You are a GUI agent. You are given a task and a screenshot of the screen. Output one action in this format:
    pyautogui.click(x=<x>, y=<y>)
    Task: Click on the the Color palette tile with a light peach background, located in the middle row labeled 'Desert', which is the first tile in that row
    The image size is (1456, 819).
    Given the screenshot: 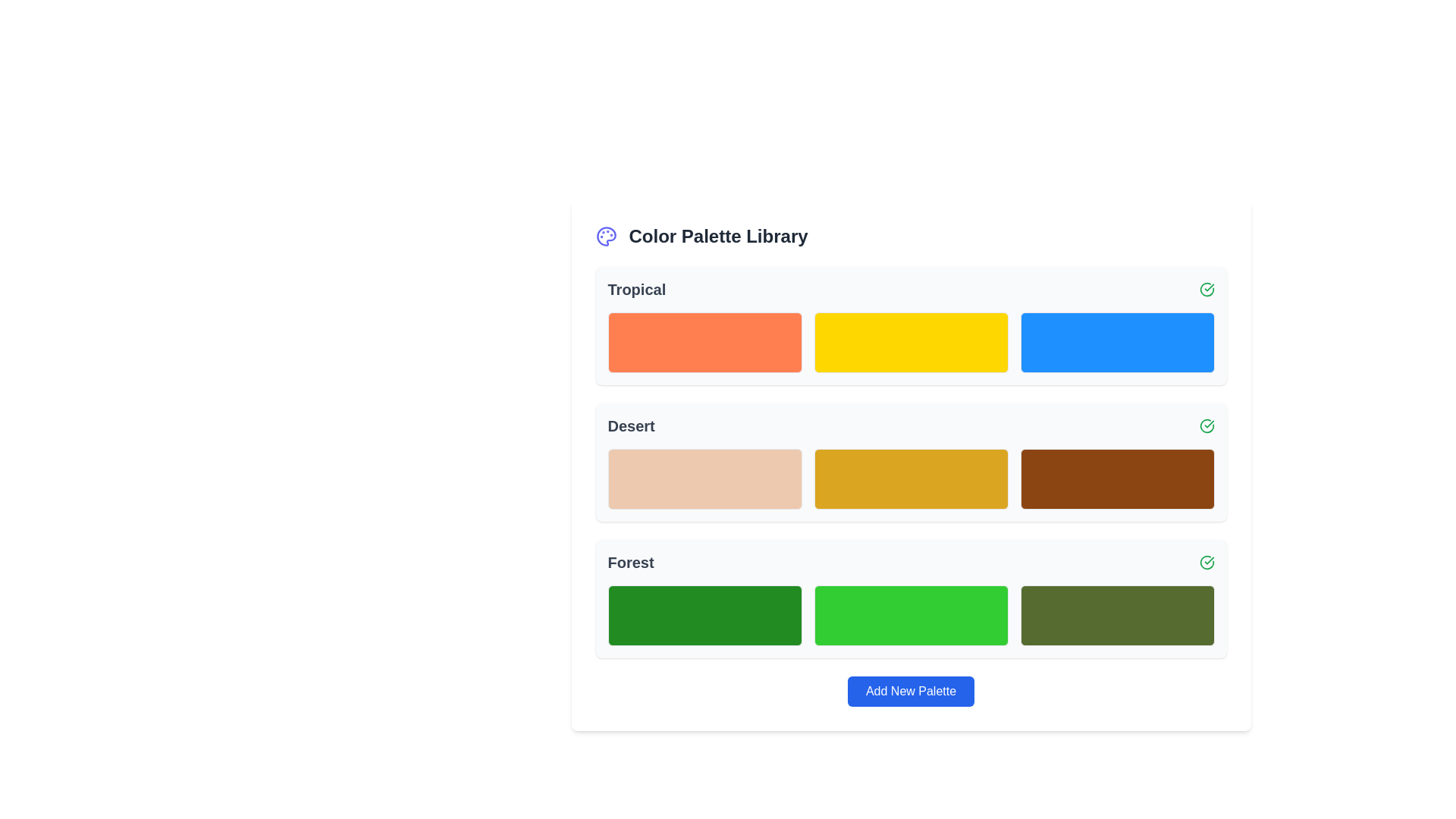 What is the action you would take?
    pyautogui.click(x=704, y=479)
    